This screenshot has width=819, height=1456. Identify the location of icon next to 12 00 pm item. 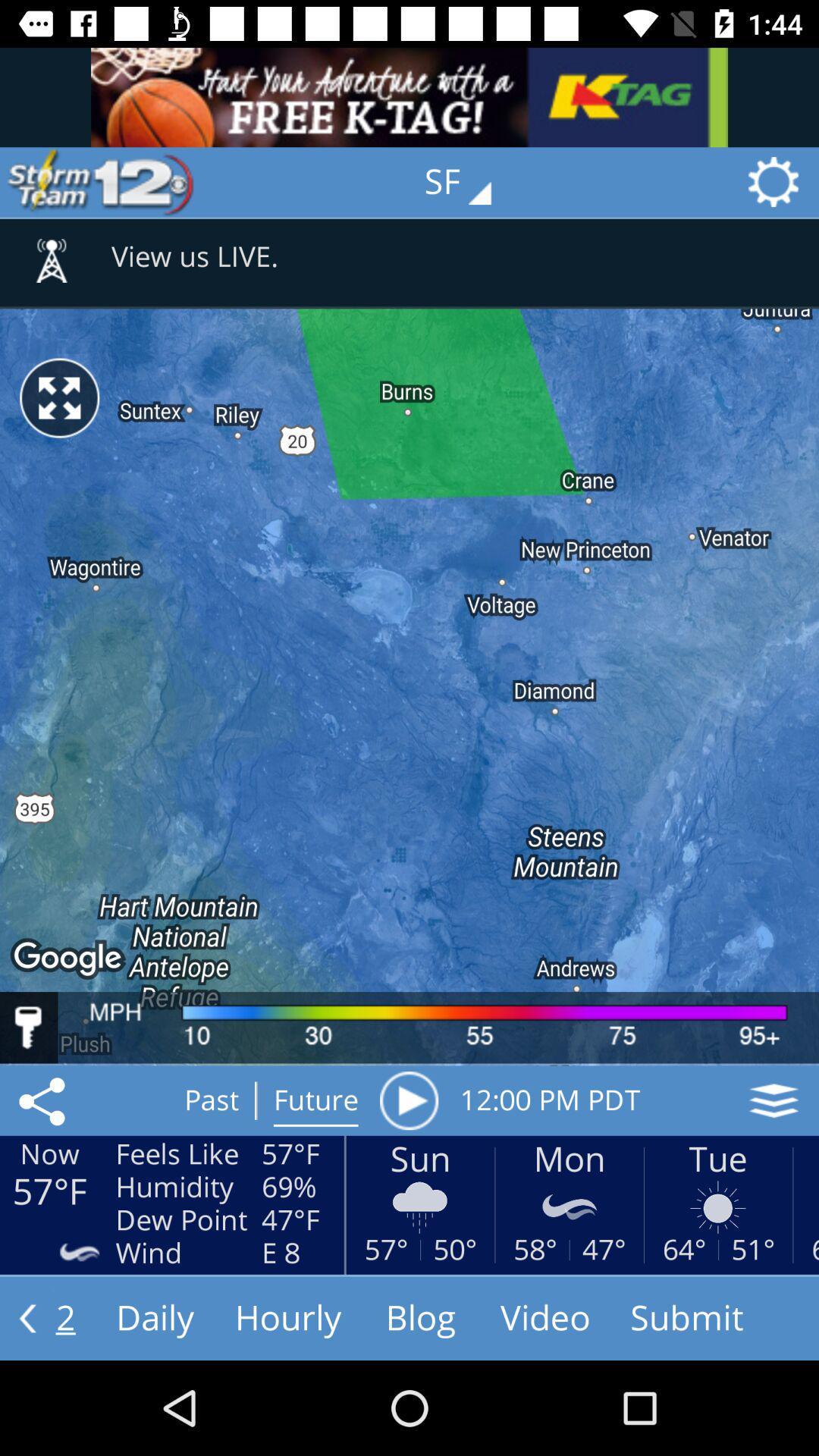
(773, 1100).